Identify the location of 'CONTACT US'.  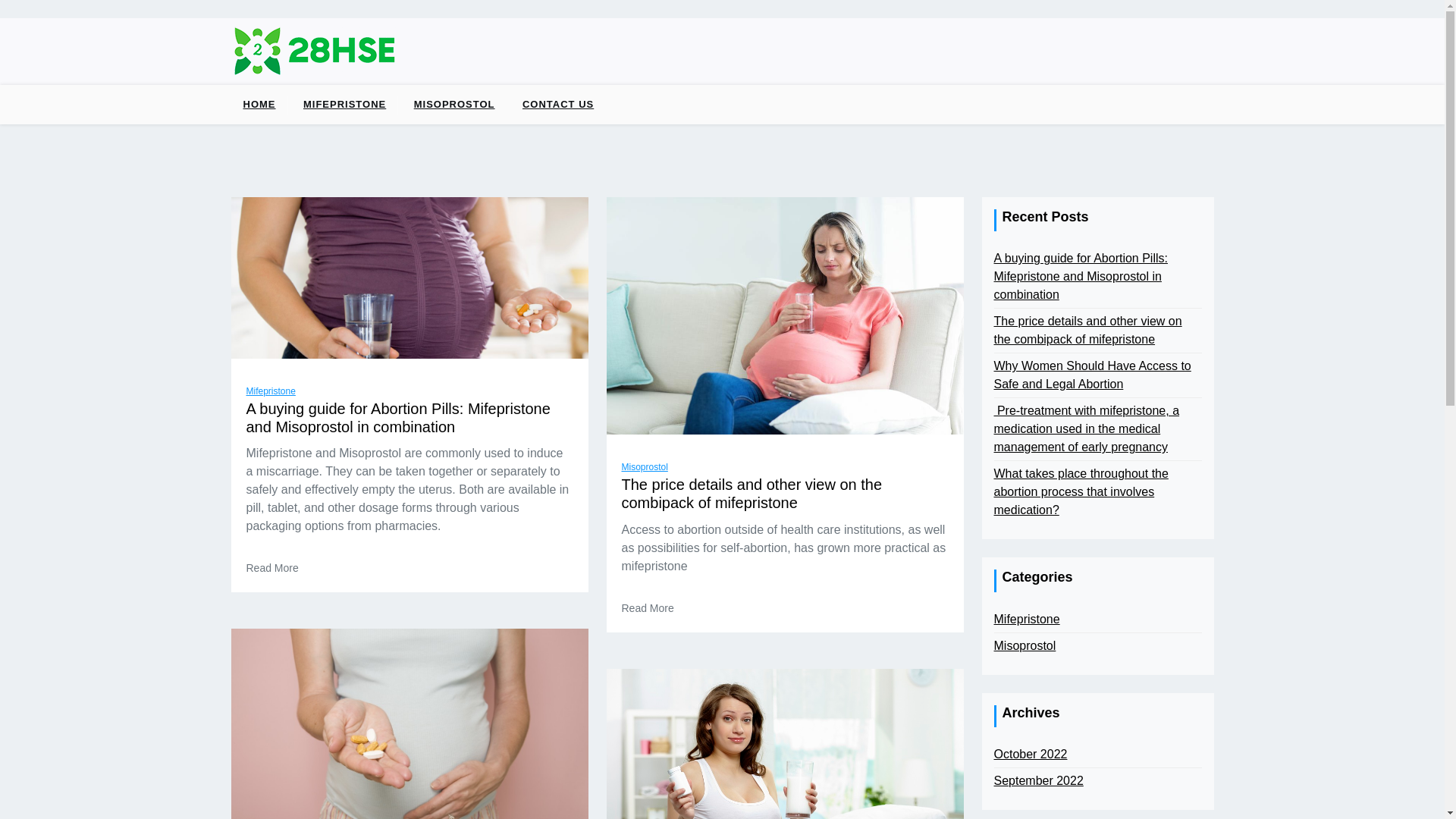
(557, 104).